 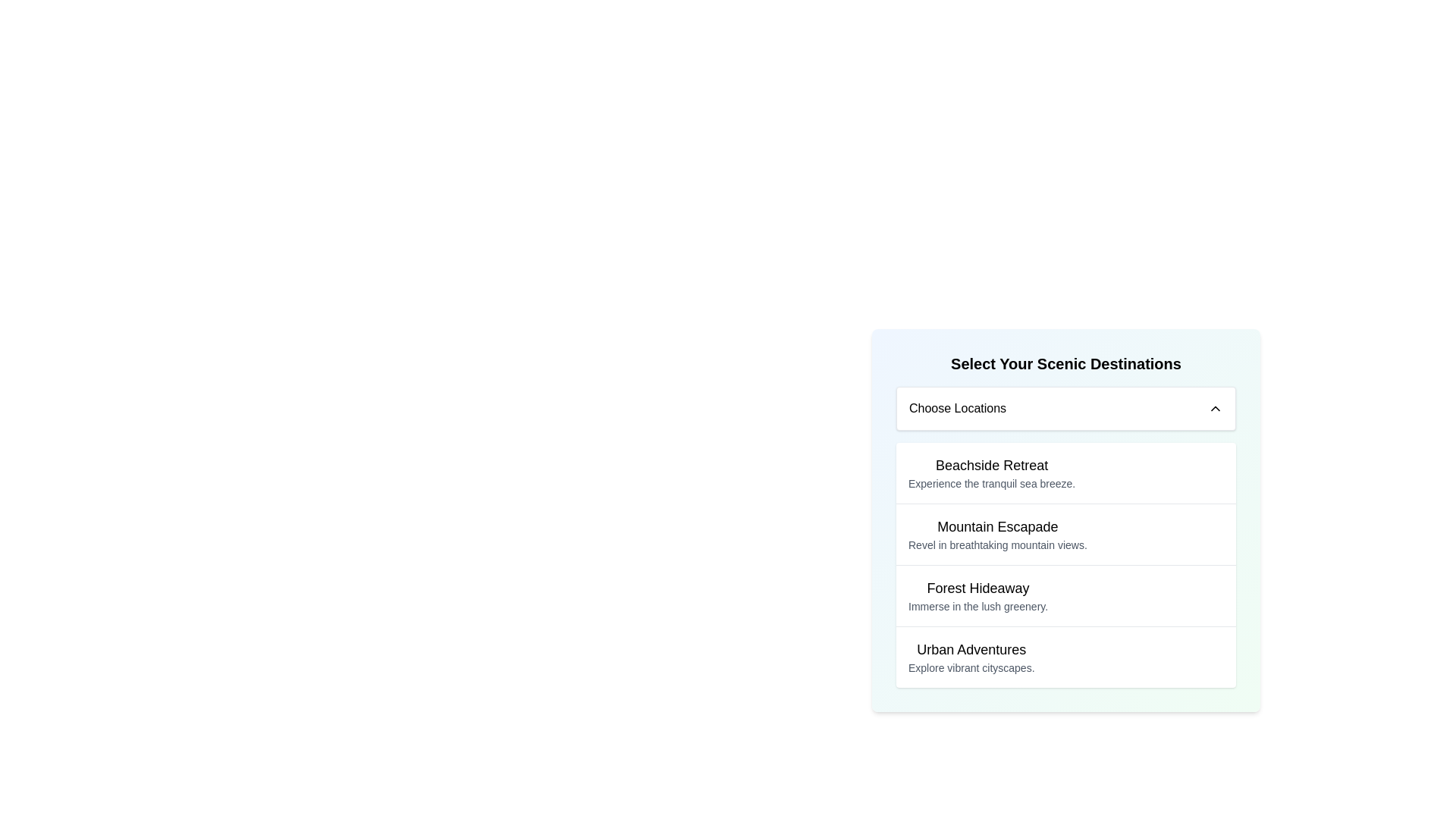 What do you see at coordinates (1065, 595) in the screenshot?
I see `the third item in the list of scenic destinations, which represents 'Forest Hideaway'` at bounding box center [1065, 595].